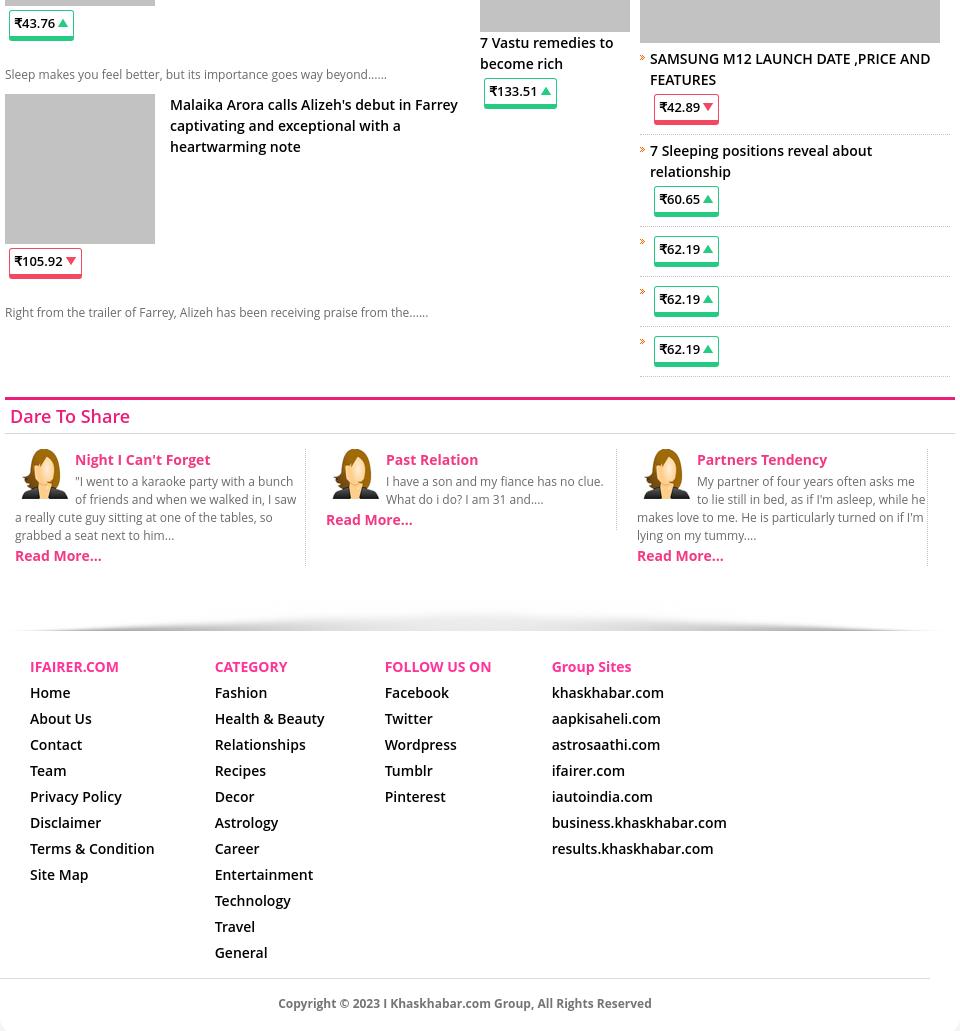  What do you see at coordinates (407, 768) in the screenshot?
I see `'Tumblr'` at bounding box center [407, 768].